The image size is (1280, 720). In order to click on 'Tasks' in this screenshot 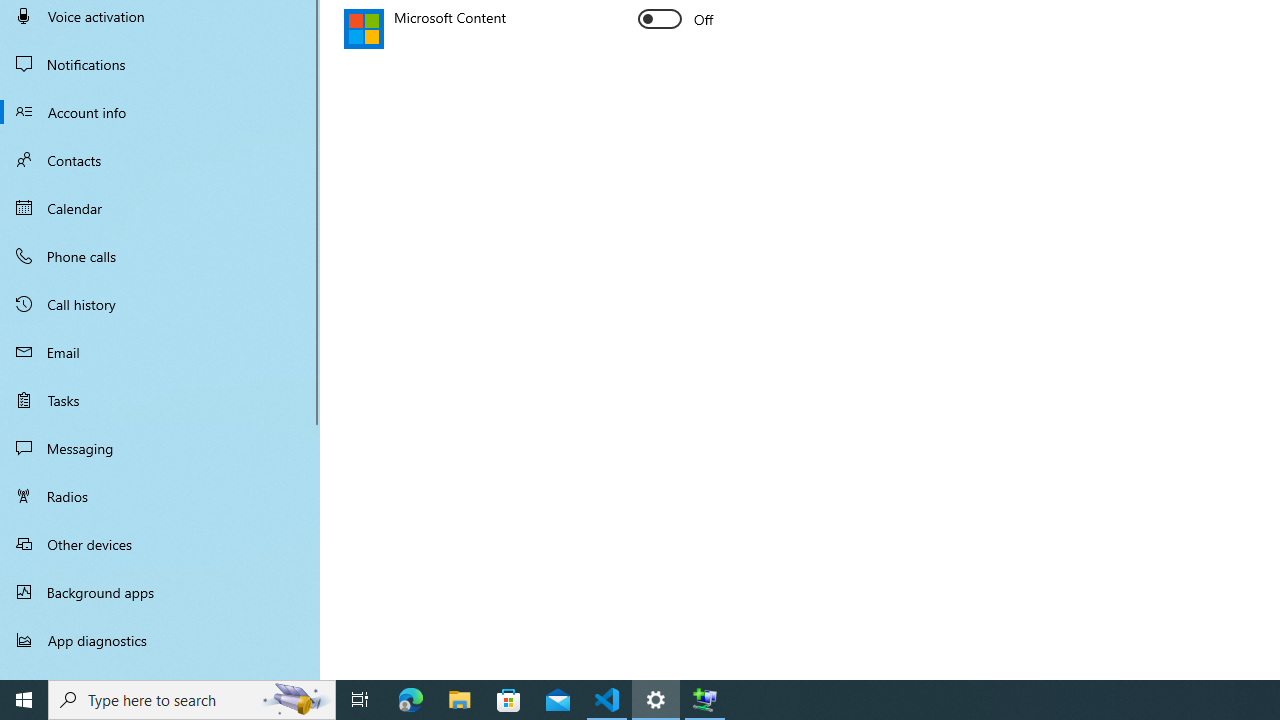, I will do `click(160, 399)`.